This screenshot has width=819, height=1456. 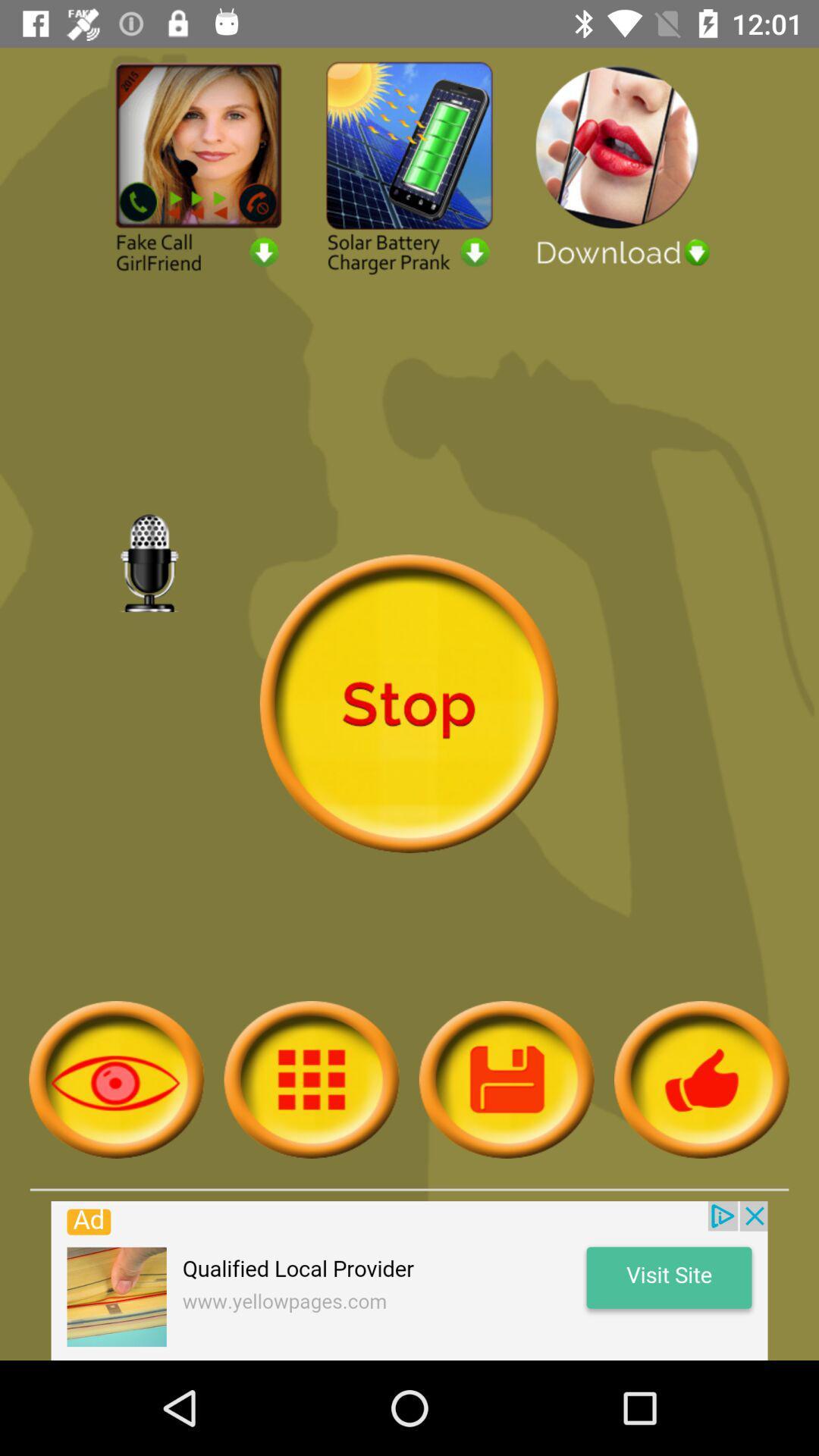 What do you see at coordinates (408, 703) in the screenshot?
I see `stop the recording` at bounding box center [408, 703].